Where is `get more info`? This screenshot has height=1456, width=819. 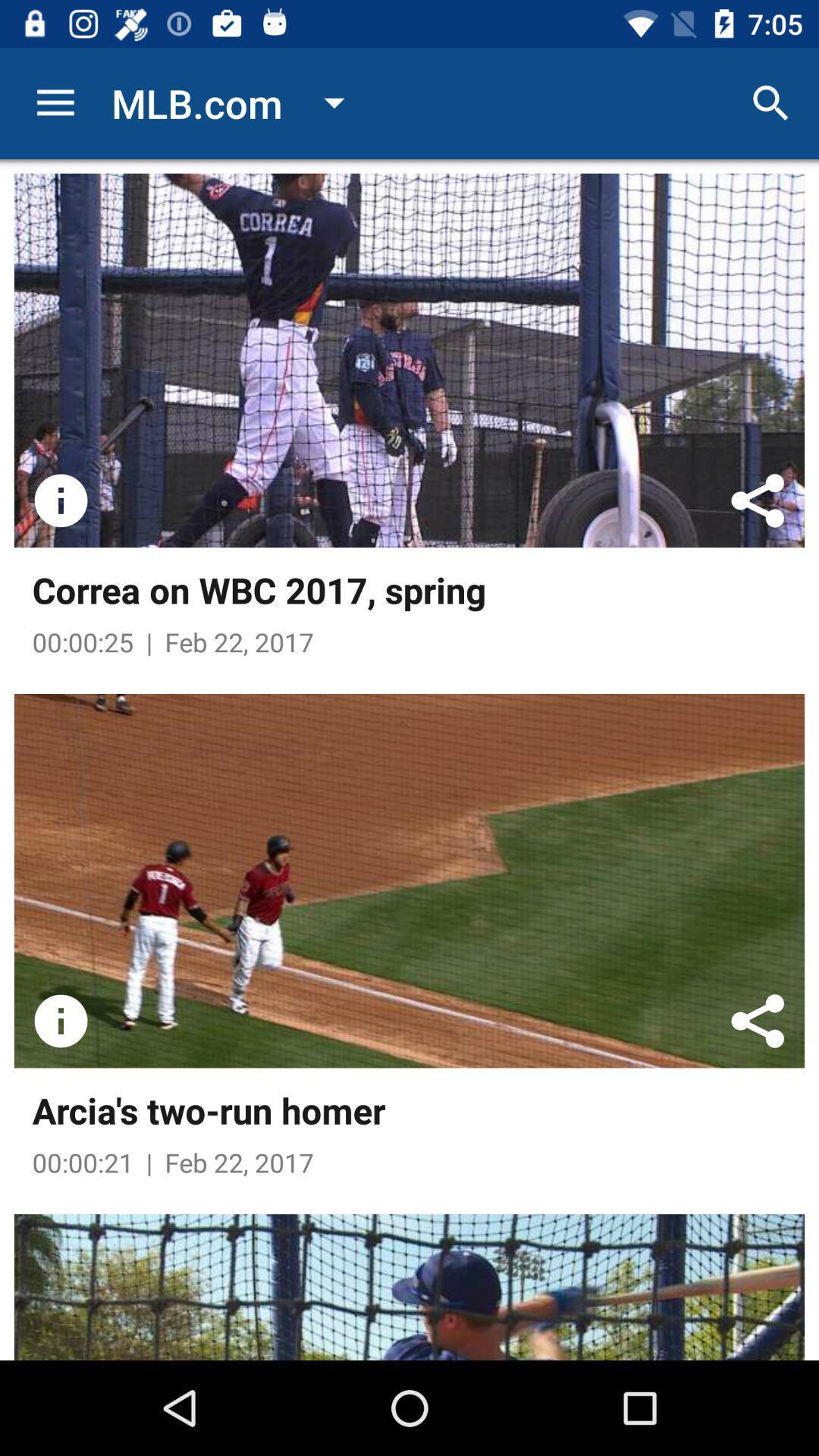 get more info is located at coordinates (60, 1021).